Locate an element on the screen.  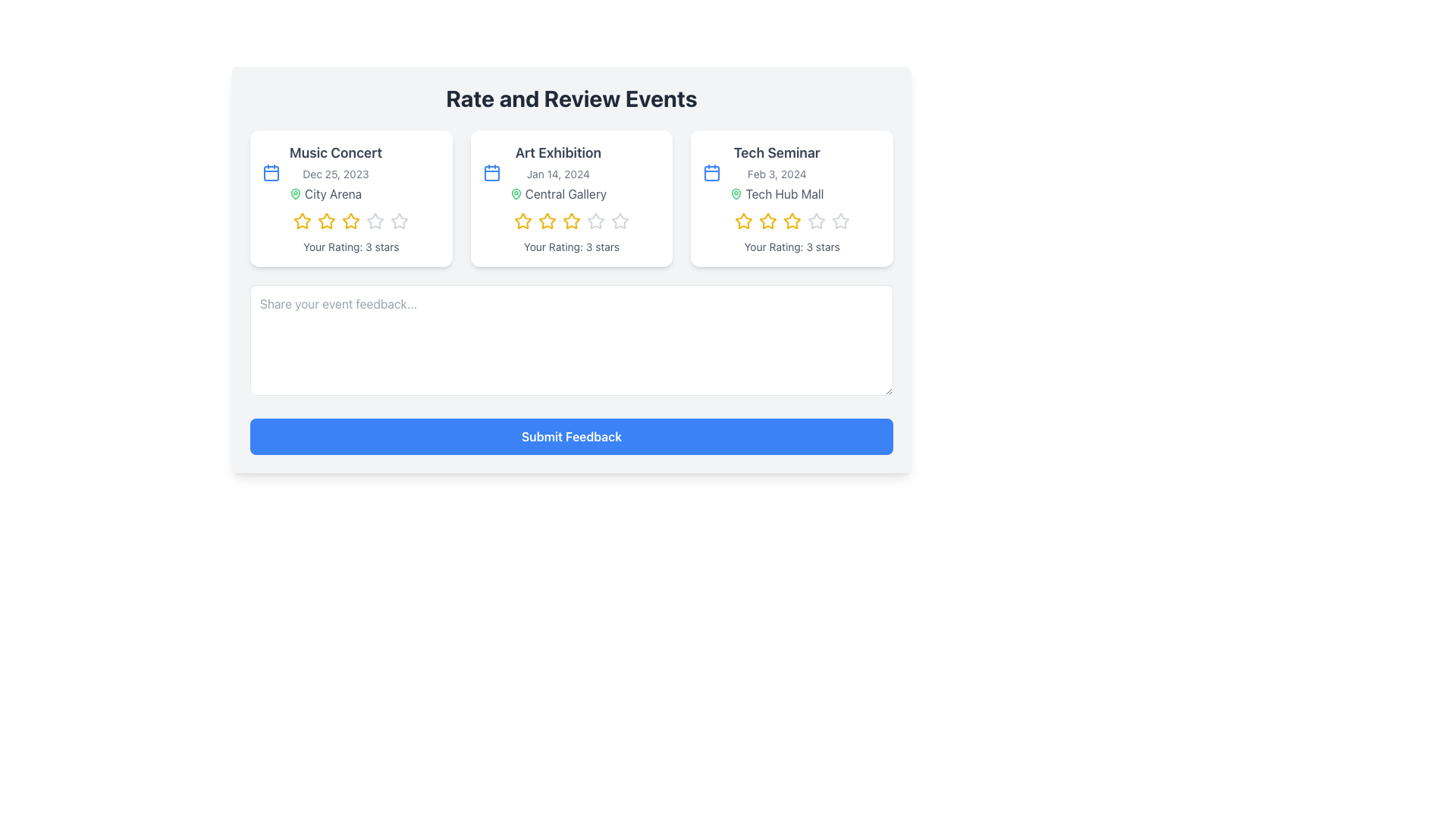
the rating component for the 'Tech Seminar' event, located at the bottom section of the right-most card in a three-card layout is located at coordinates (791, 221).